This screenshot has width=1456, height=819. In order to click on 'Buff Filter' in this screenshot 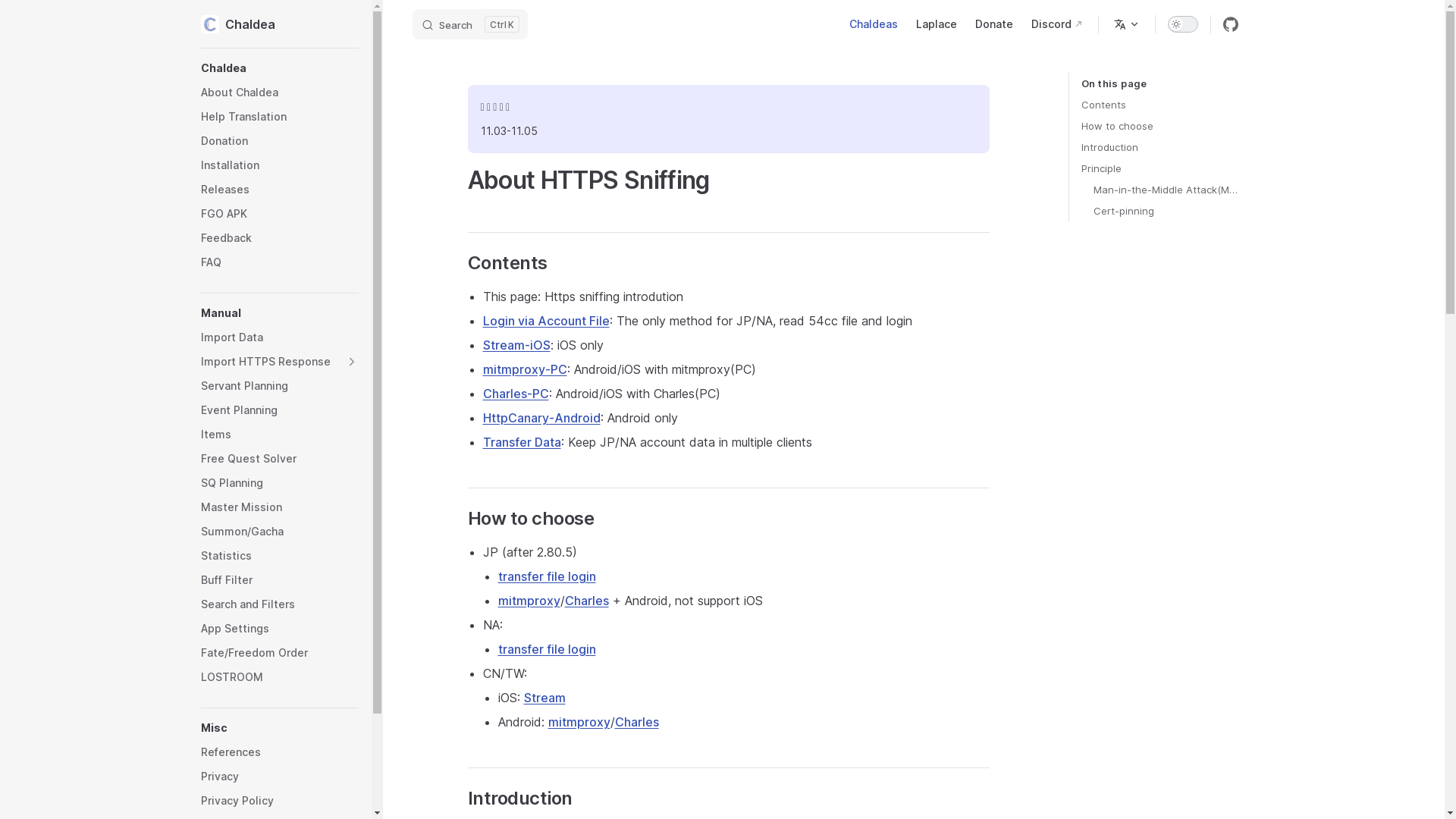, I will do `click(279, 579)`.